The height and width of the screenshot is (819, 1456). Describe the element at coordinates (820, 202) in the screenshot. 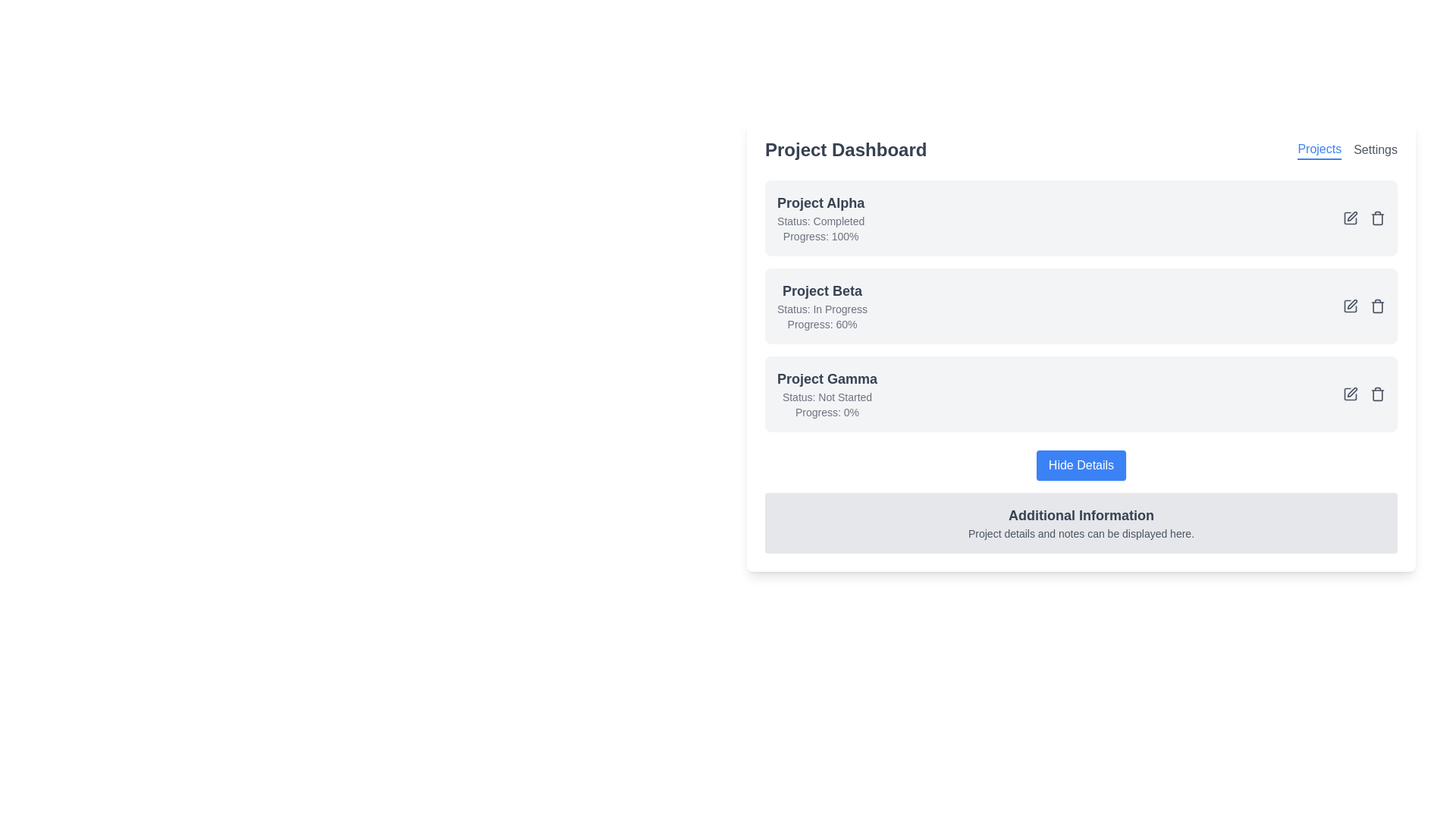

I see `the Text Label displaying 'Project Alpha', which serves as the title of the section and is styled in bold dark gray font` at that location.